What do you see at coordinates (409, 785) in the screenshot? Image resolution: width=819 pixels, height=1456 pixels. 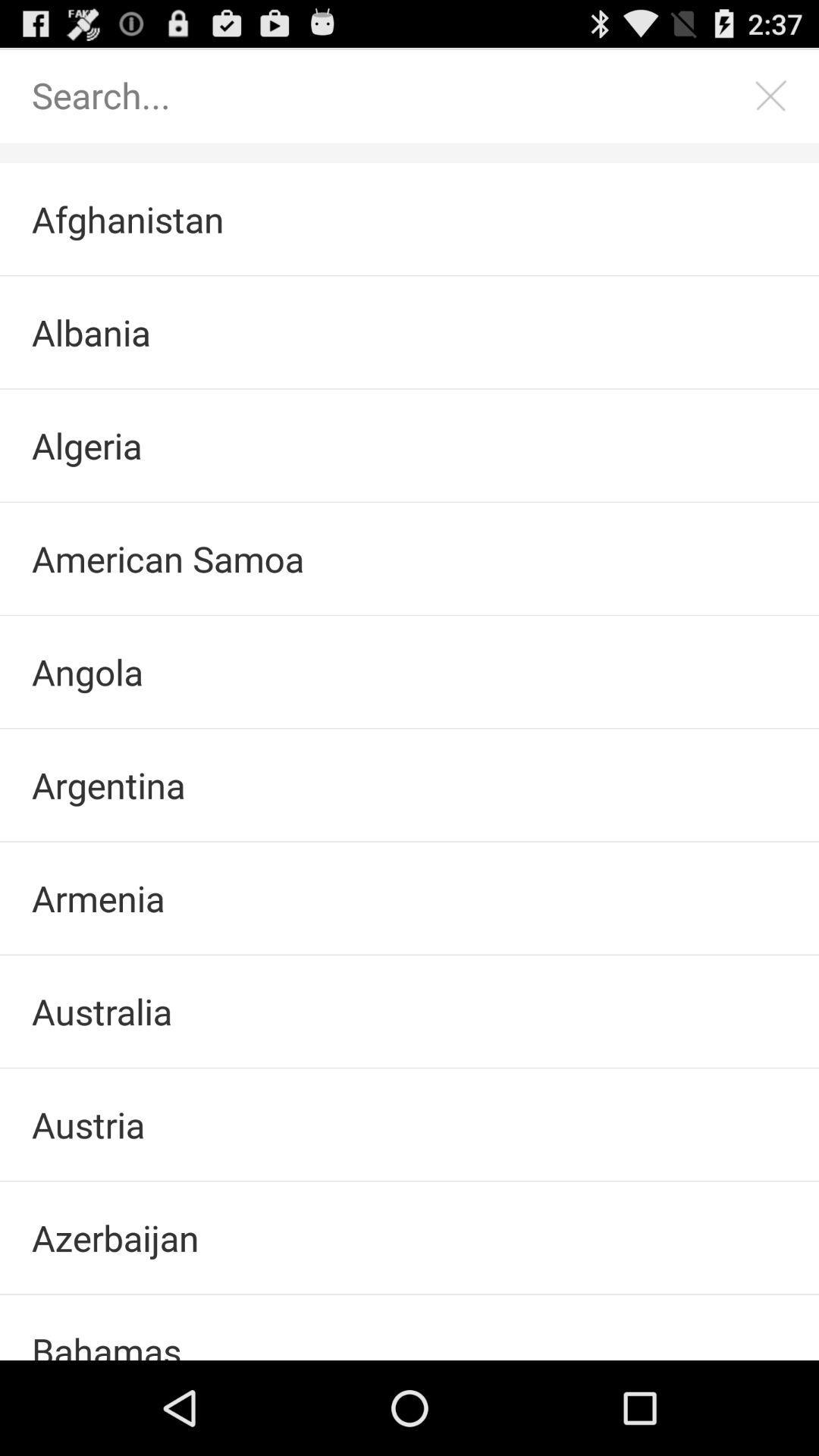 I see `checkbox above the armenia` at bounding box center [409, 785].